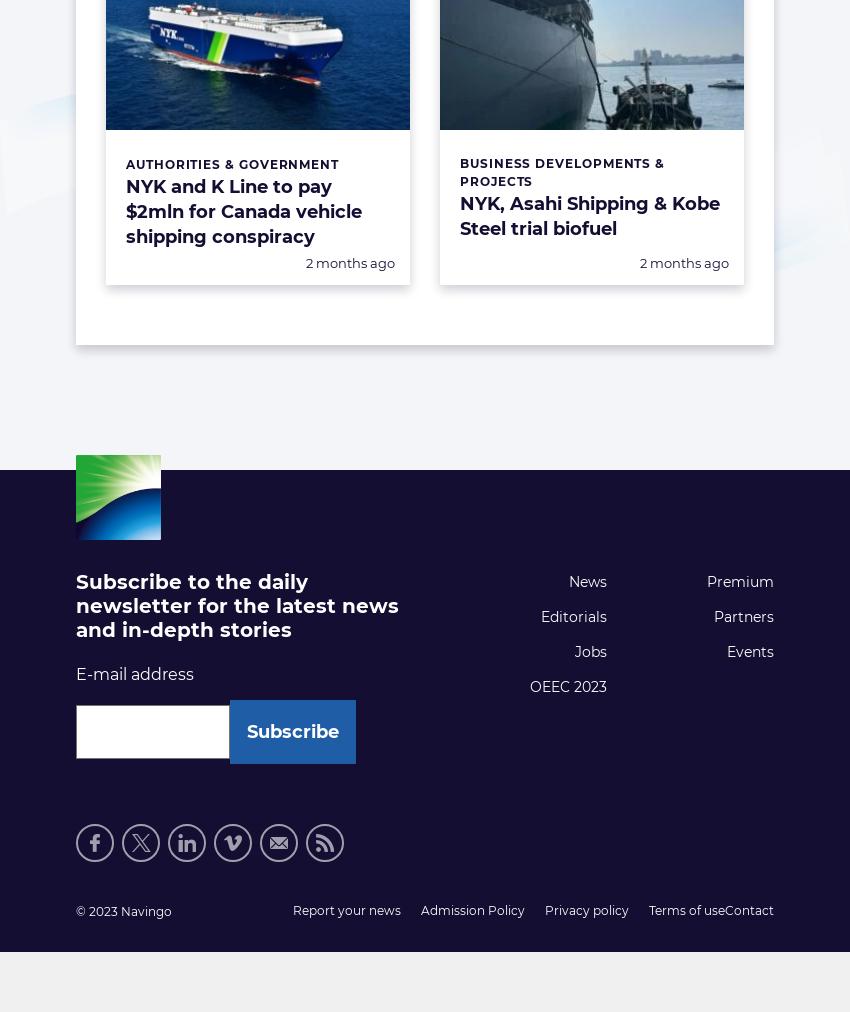 The height and width of the screenshot is (1012, 850). What do you see at coordinates (562, 171) in the screenshot?
I see `'Business Developments & Projects'` at bounding box center [562, 171].